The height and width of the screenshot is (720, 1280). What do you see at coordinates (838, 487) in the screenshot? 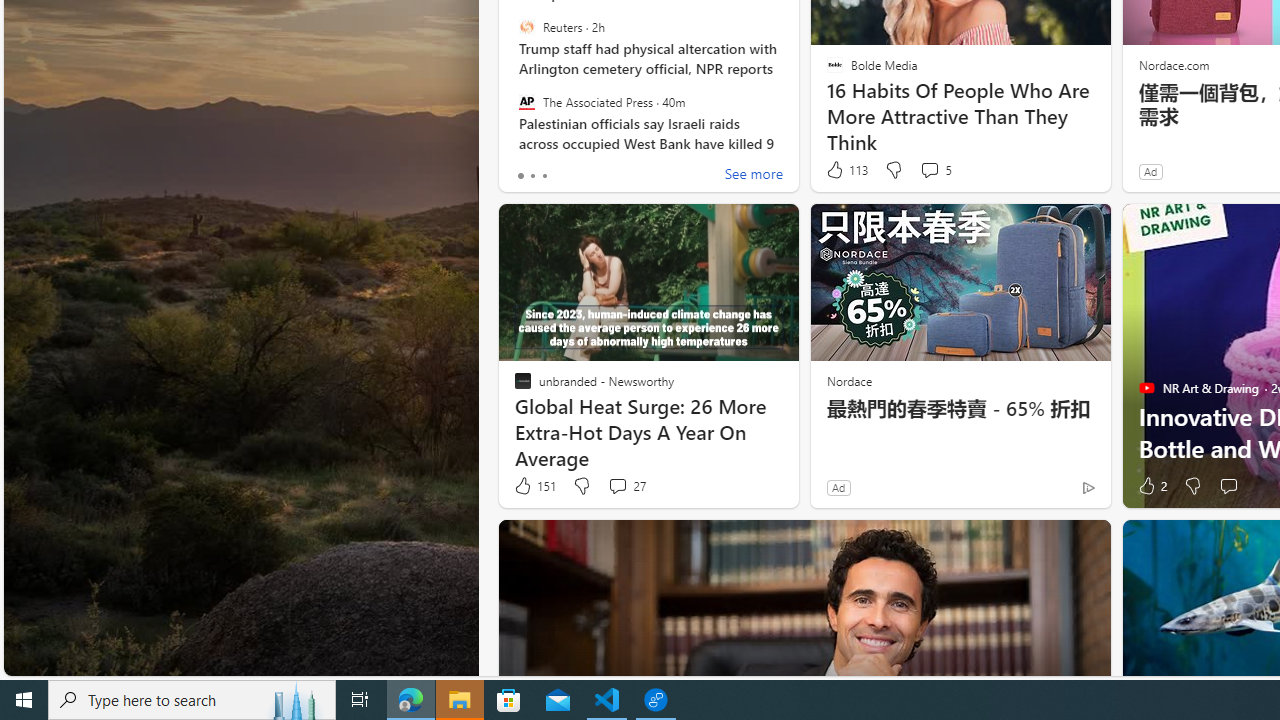
I see `'Ad'` at bounding box center [838, 487].